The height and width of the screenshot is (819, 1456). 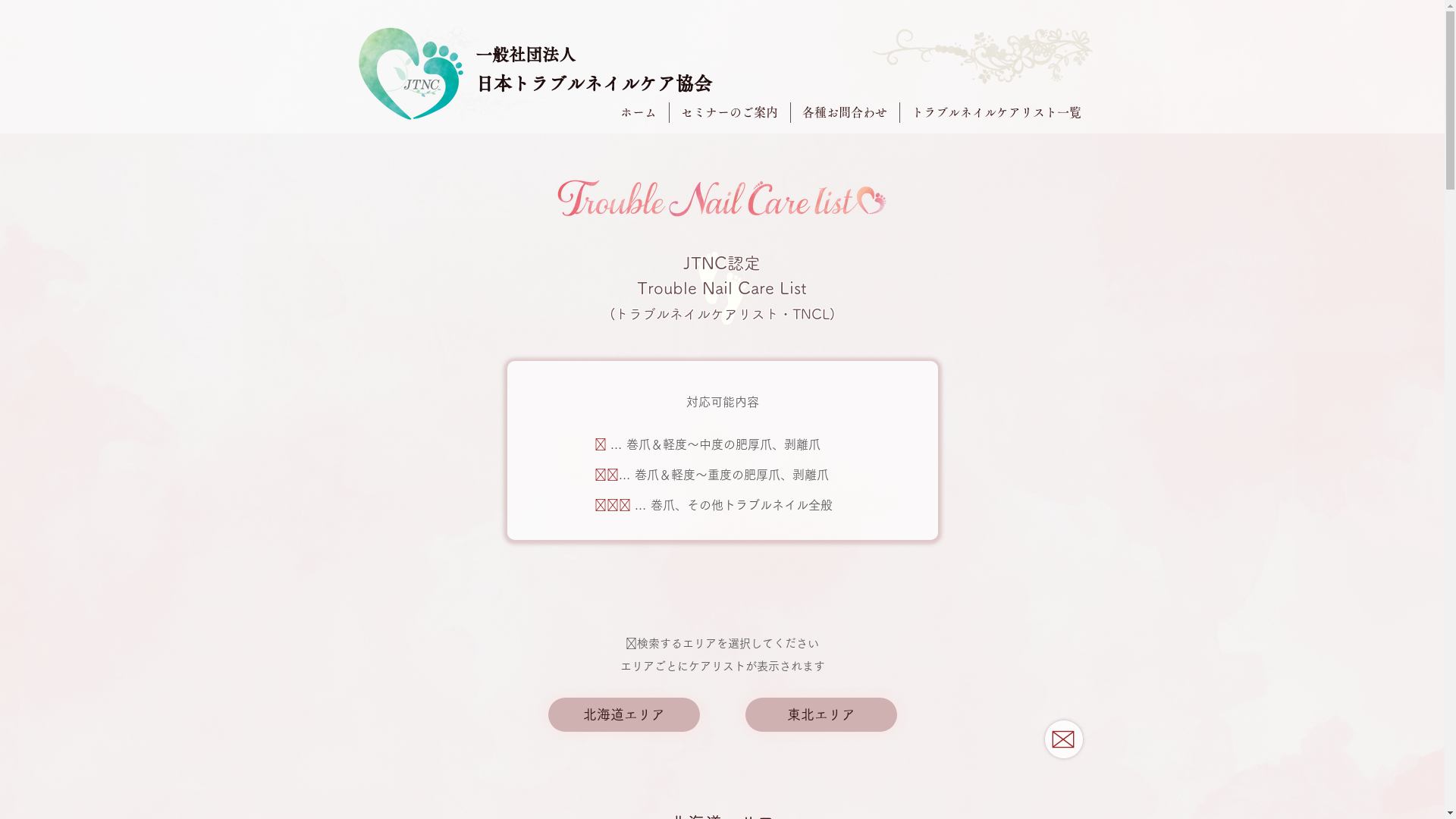 I want to click on 'foot_edited_edited_edited_edited.png', so click(x=684, y=288).